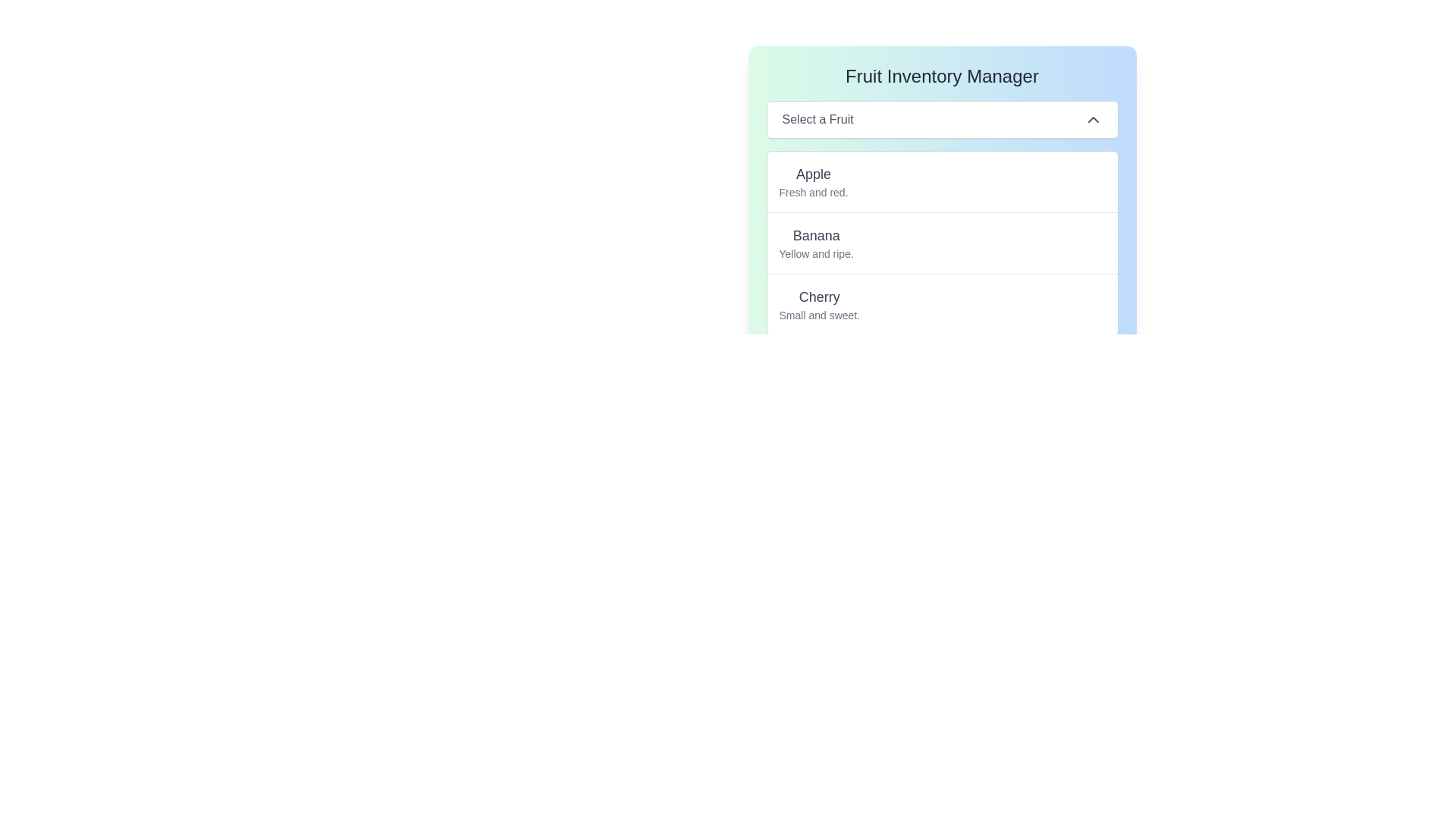  What do you see at coordinates (815, 236) in the screenshot?
I see `the 'Banana' text label in the 'Fruit Inventory Manager' interface, which is the second item under the 'Select a Fruit' header` at bounding box center [815, 236].